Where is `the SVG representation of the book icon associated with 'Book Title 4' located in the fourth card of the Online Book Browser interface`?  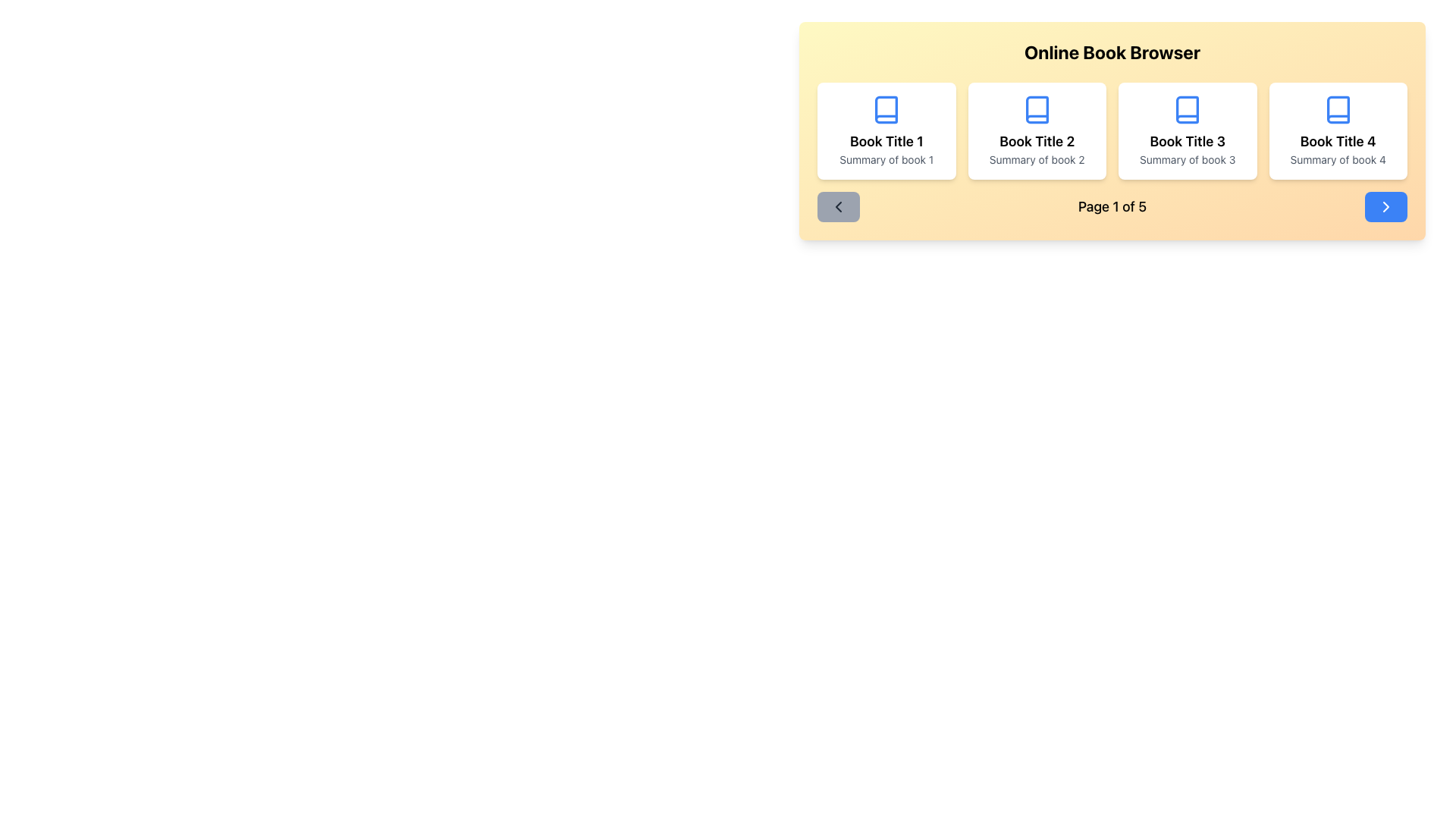 the SVG representation of the book icon associated with 'Book Title 4' located in the fourth card of the Online Book Browser interface is located at coordinates (1338, 109).